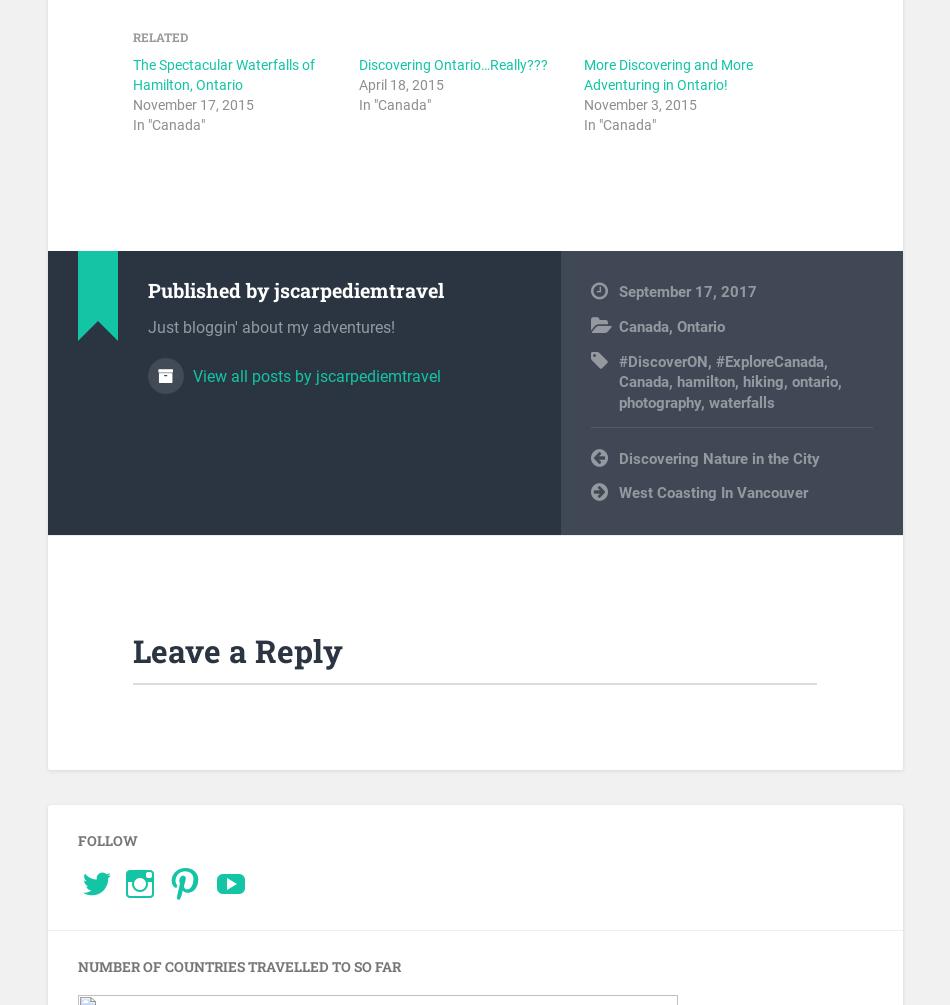 The image size is (950, 1005). What do you see at coordinates (687, 290) in the screenshot?
I see `'September 17, 2017'` at bounding box center [687, 290].